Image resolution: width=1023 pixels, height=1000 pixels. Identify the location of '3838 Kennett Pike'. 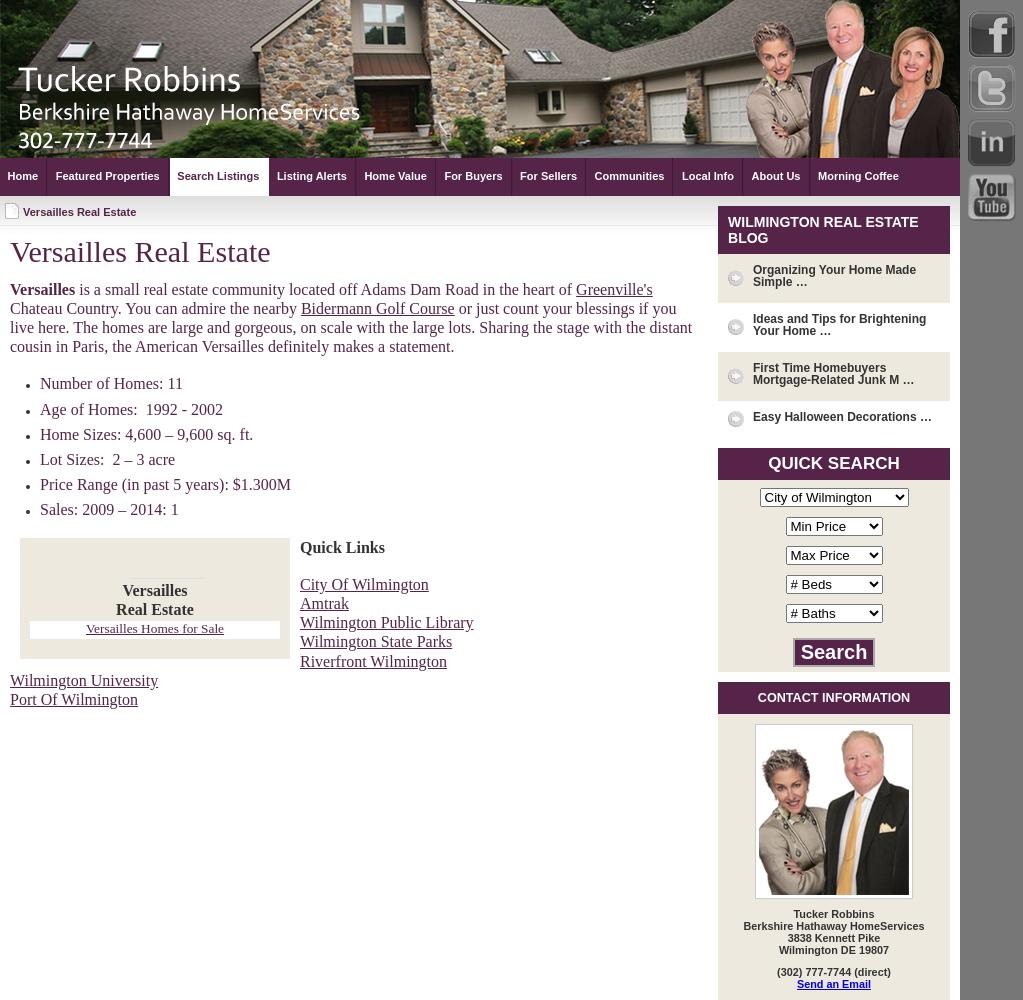
(785, 937).